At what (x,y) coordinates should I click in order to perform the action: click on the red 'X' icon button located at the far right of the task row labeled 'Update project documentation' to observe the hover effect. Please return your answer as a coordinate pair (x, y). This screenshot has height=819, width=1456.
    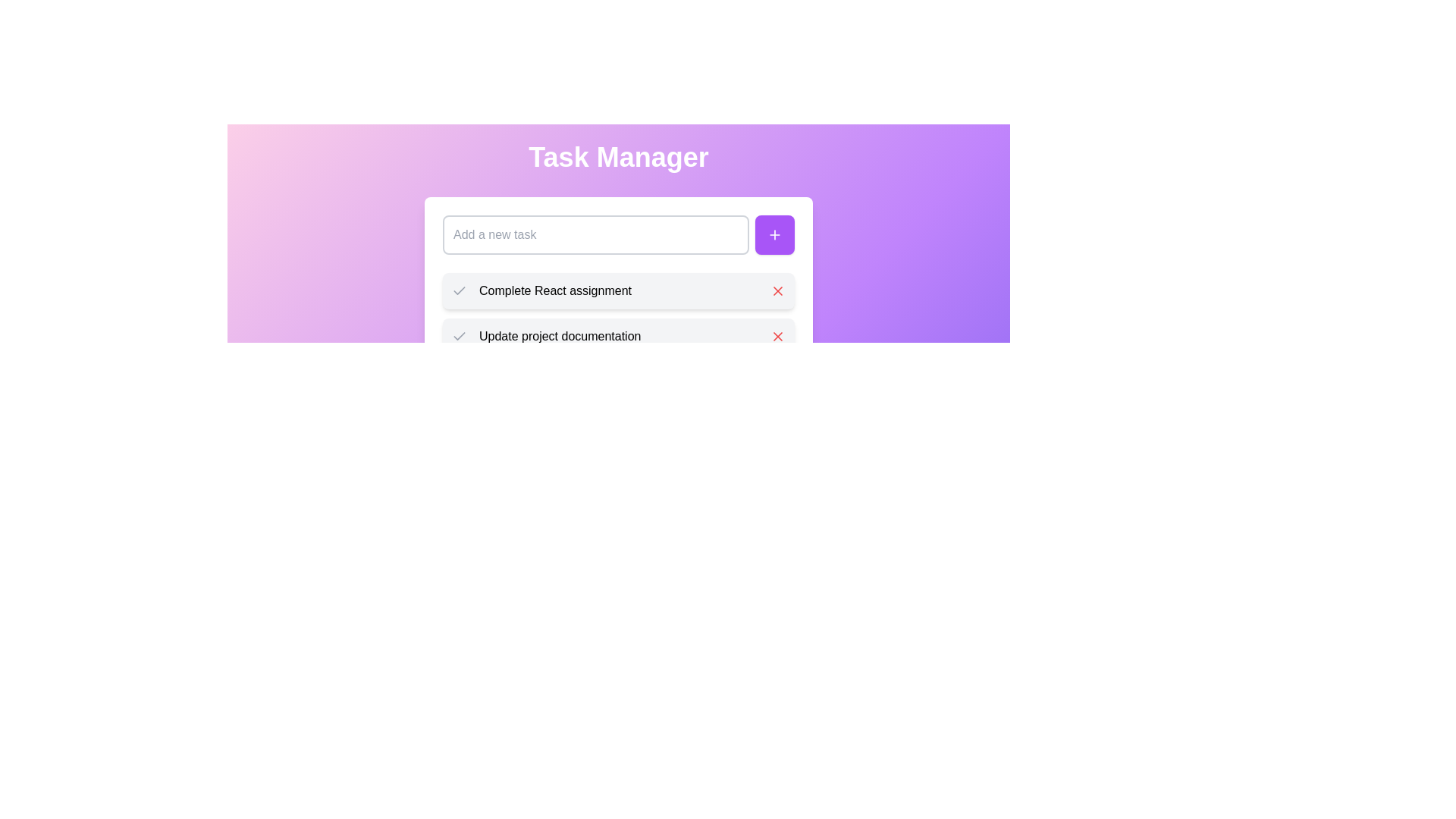
    Looking at the image, I should click on (778, 335).